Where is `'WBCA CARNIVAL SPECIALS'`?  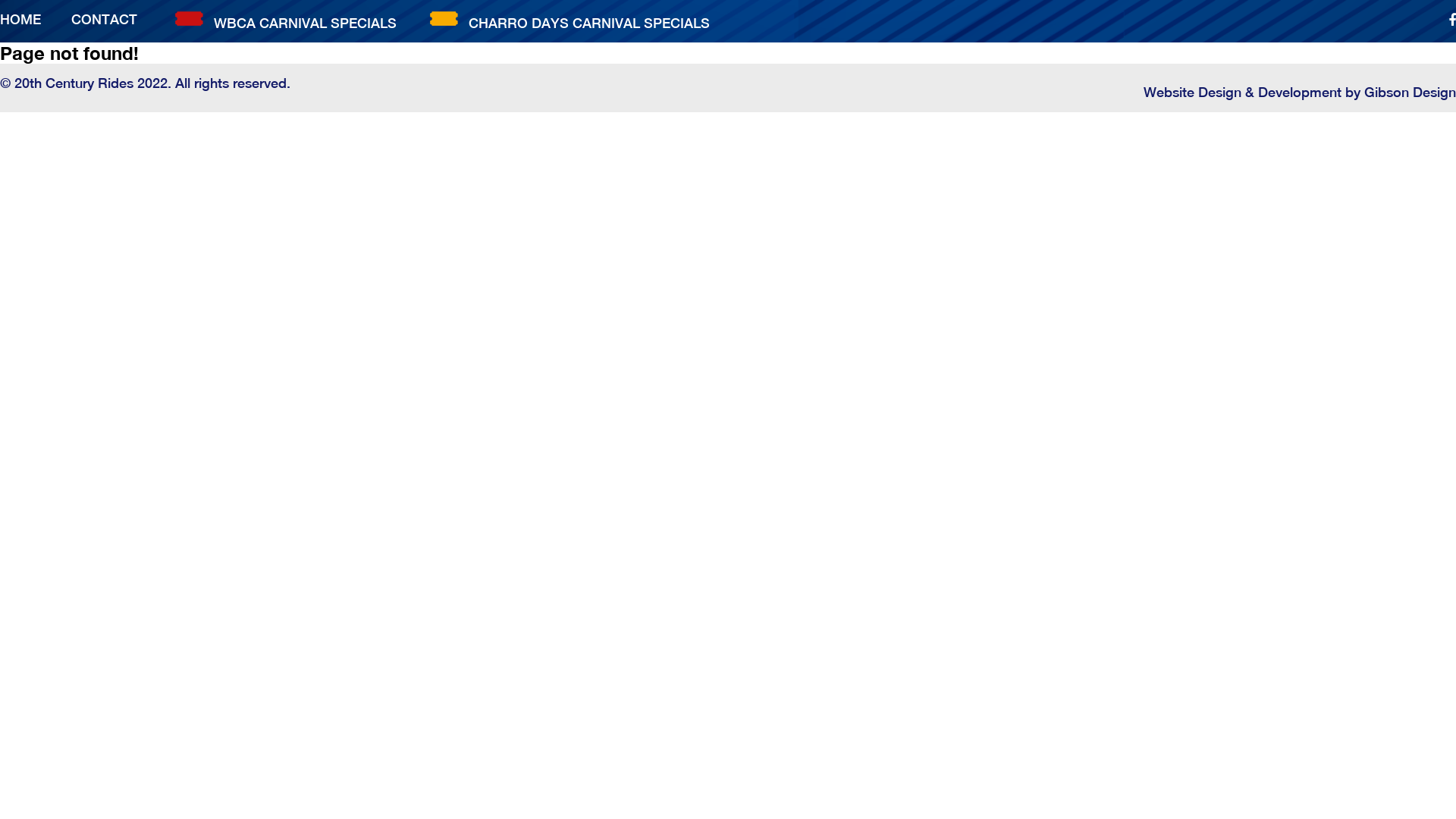
'WBCA CARNIVAL SPECIALS' is located at coordinates (304, 23).